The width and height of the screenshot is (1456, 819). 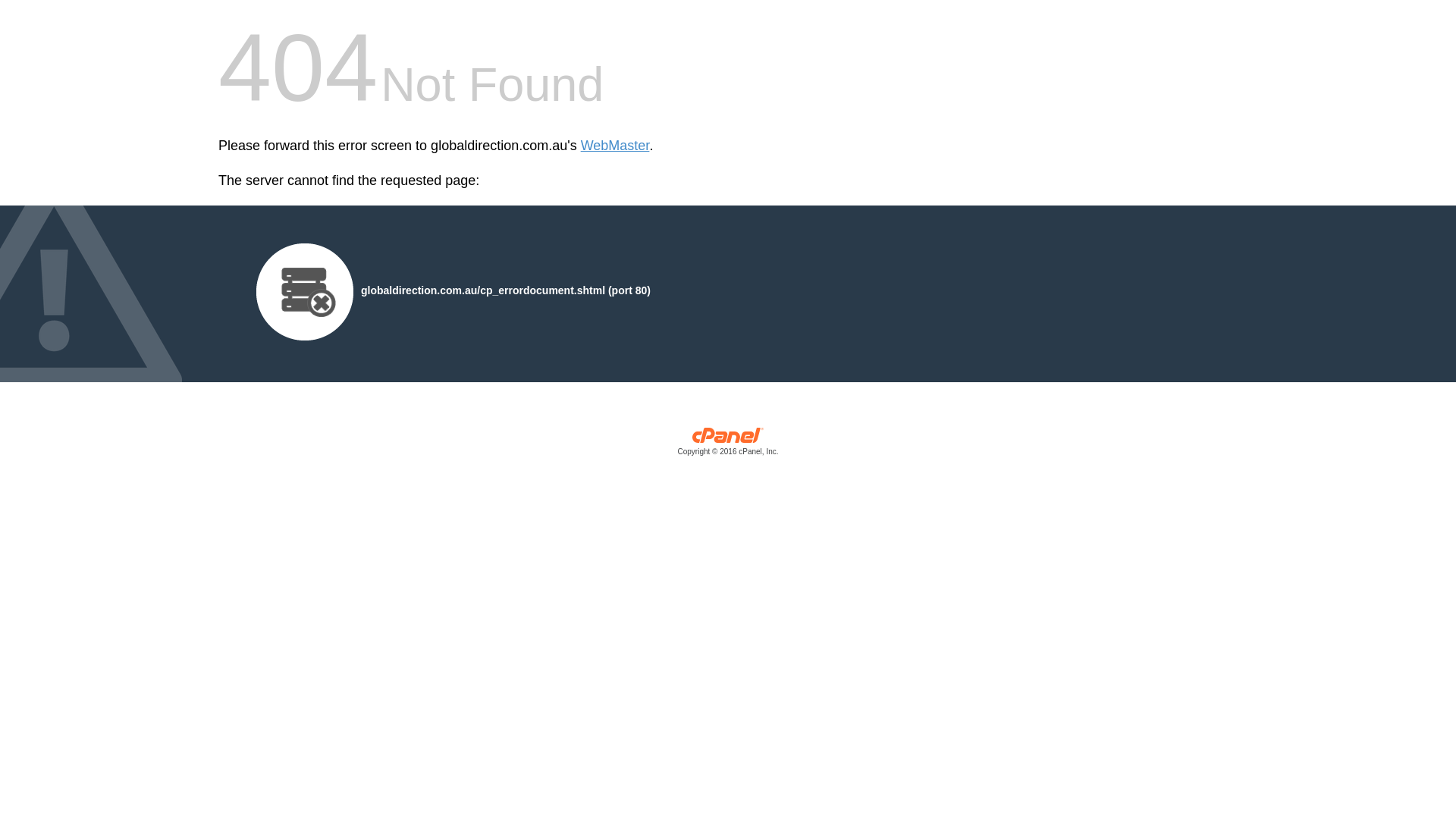 What do you see at coordinates (615, 146) in the screenshot?
I see `'WebMaster'` at bounding box center [615, 146].